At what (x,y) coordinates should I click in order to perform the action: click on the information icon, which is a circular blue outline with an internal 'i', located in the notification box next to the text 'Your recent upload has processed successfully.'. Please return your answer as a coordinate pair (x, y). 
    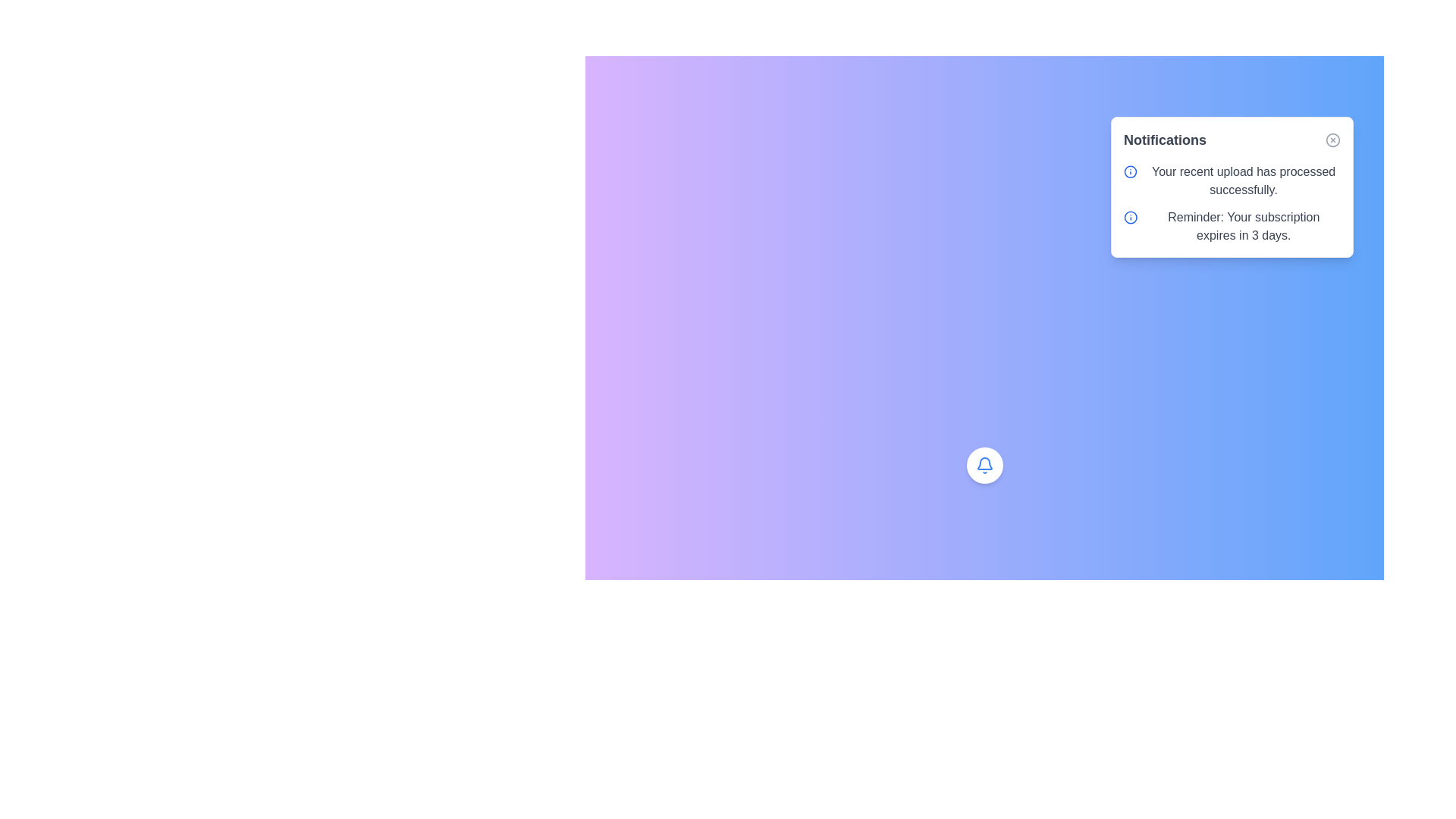
    Looking at the image, I should click on (1131, 171).